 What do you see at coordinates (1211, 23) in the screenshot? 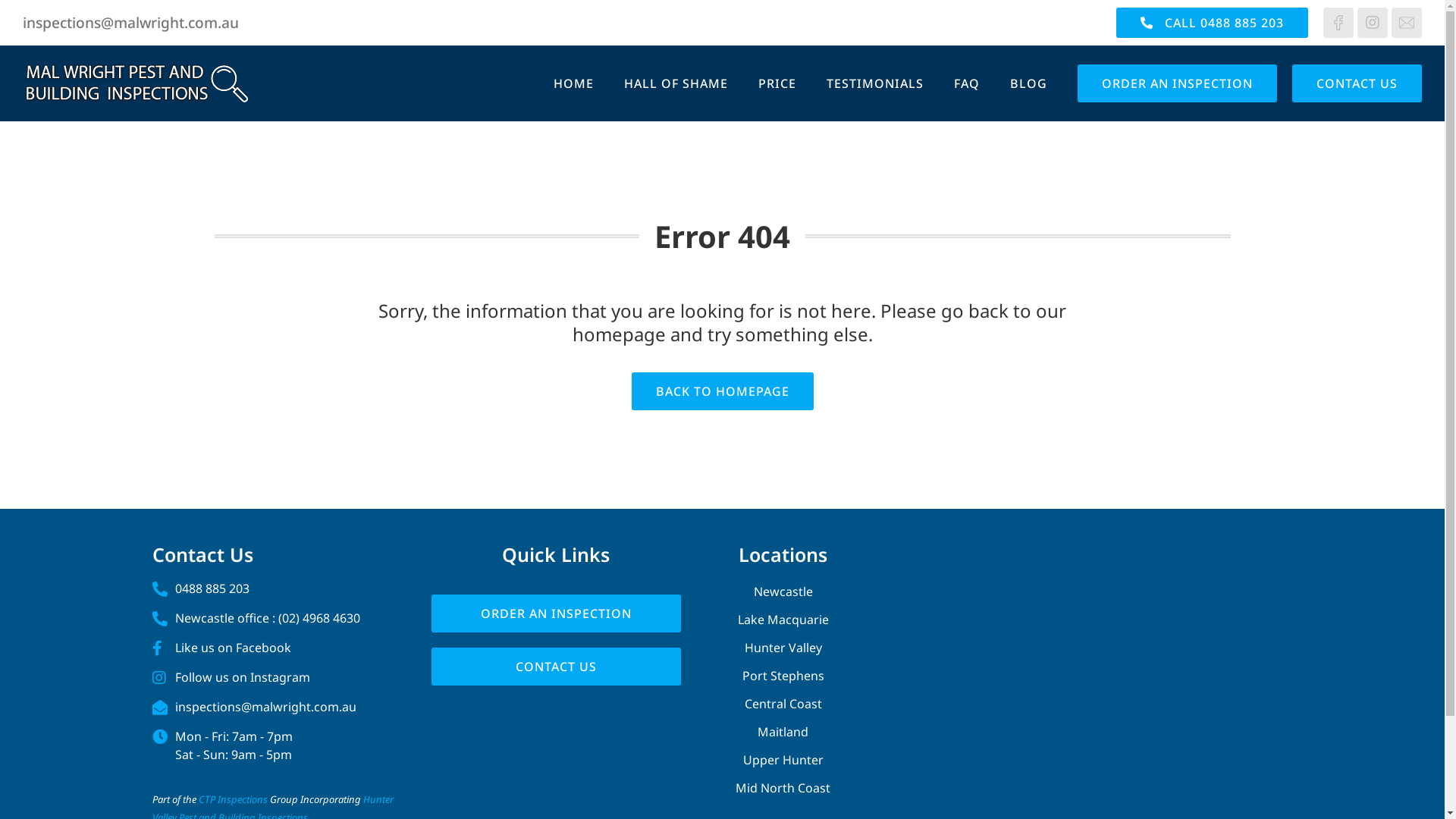
I see `'CALL 0488 885 203'` at bounding box center [1211, 23].